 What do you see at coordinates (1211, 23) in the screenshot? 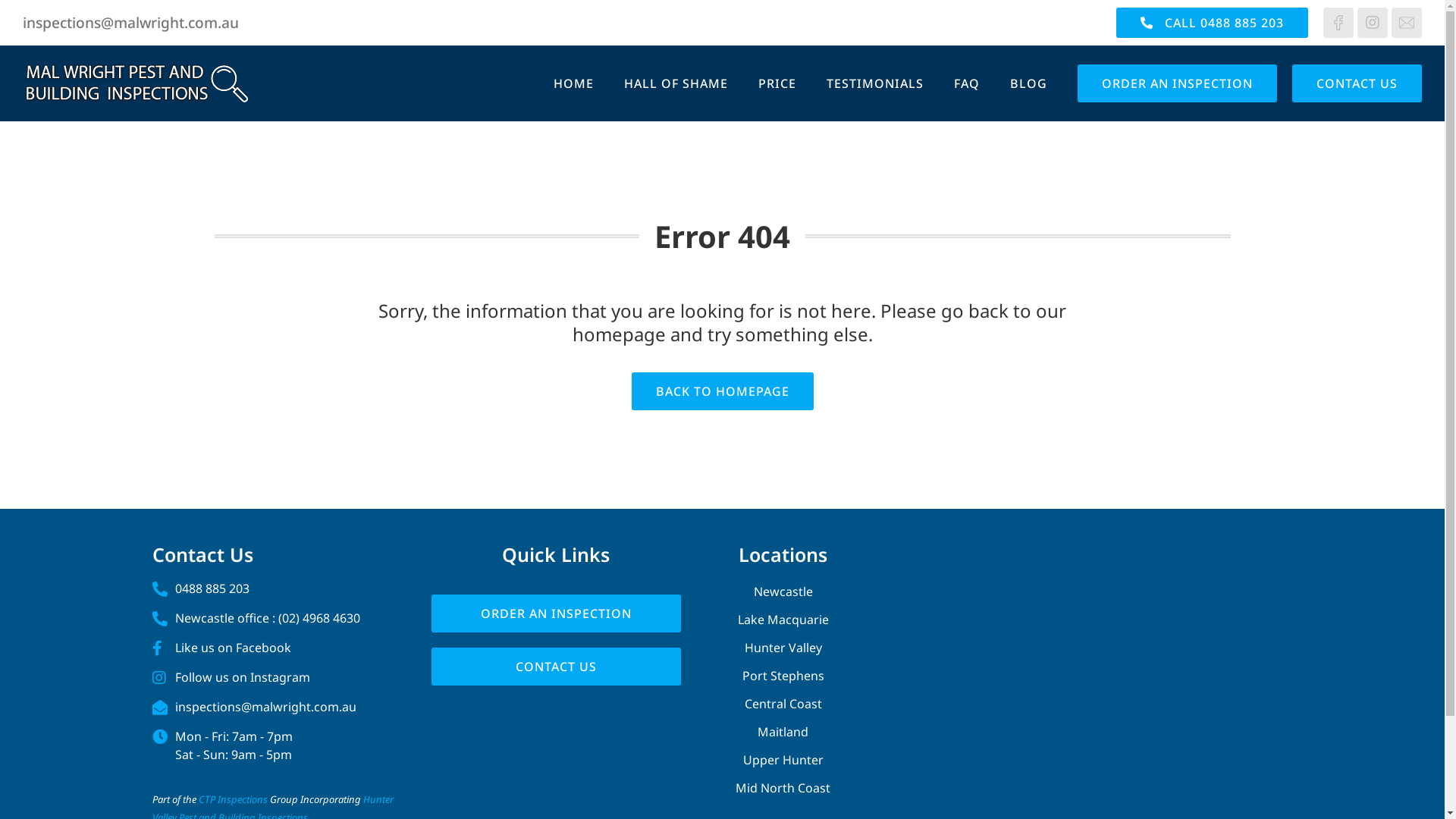
I see `'CALL 0488 885 203'` at bounding box center [1211, 23].